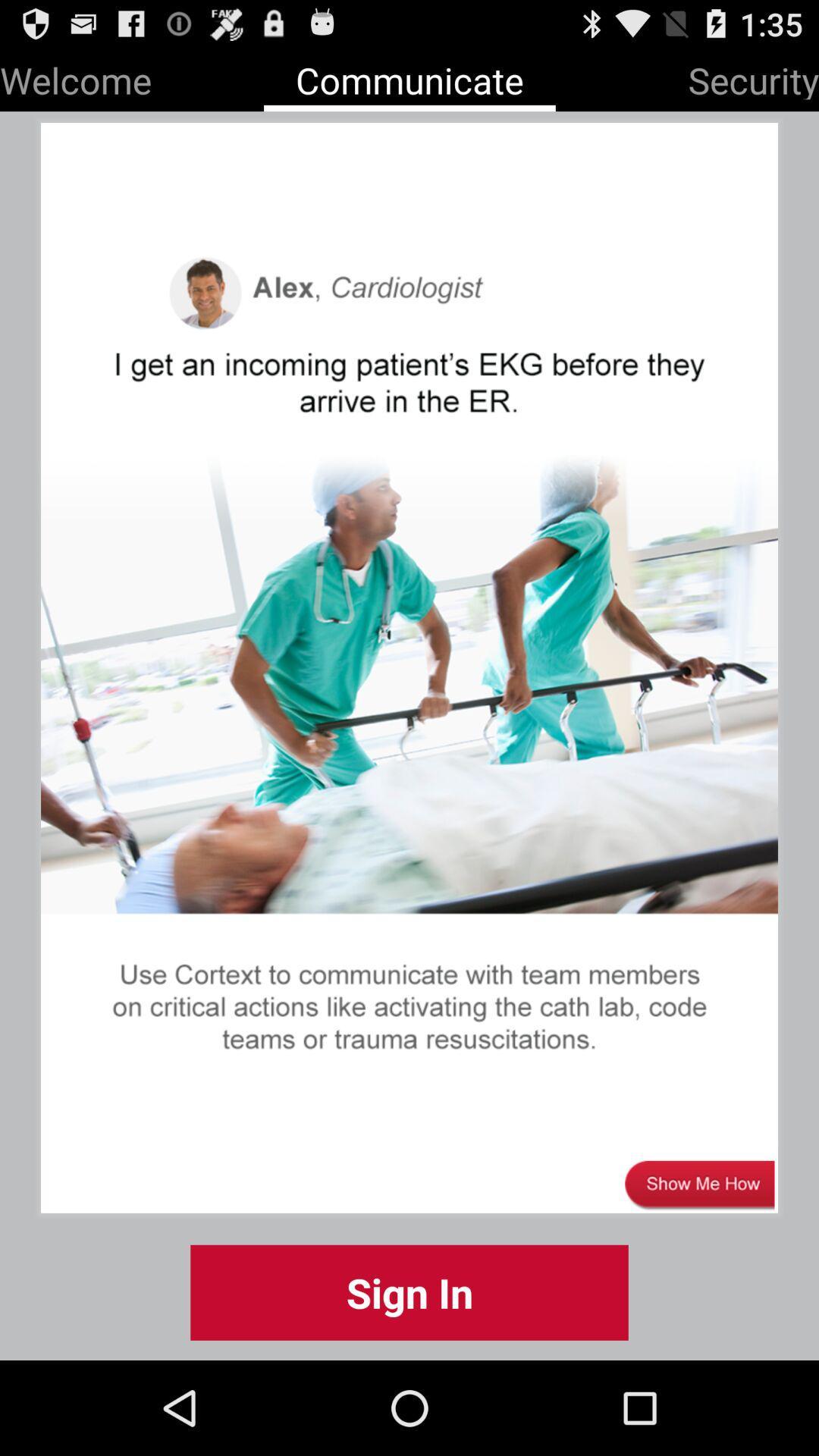  Describe the element at coordinates (409, 1291) in the screenshot. I see `the sign in icon` at that location.